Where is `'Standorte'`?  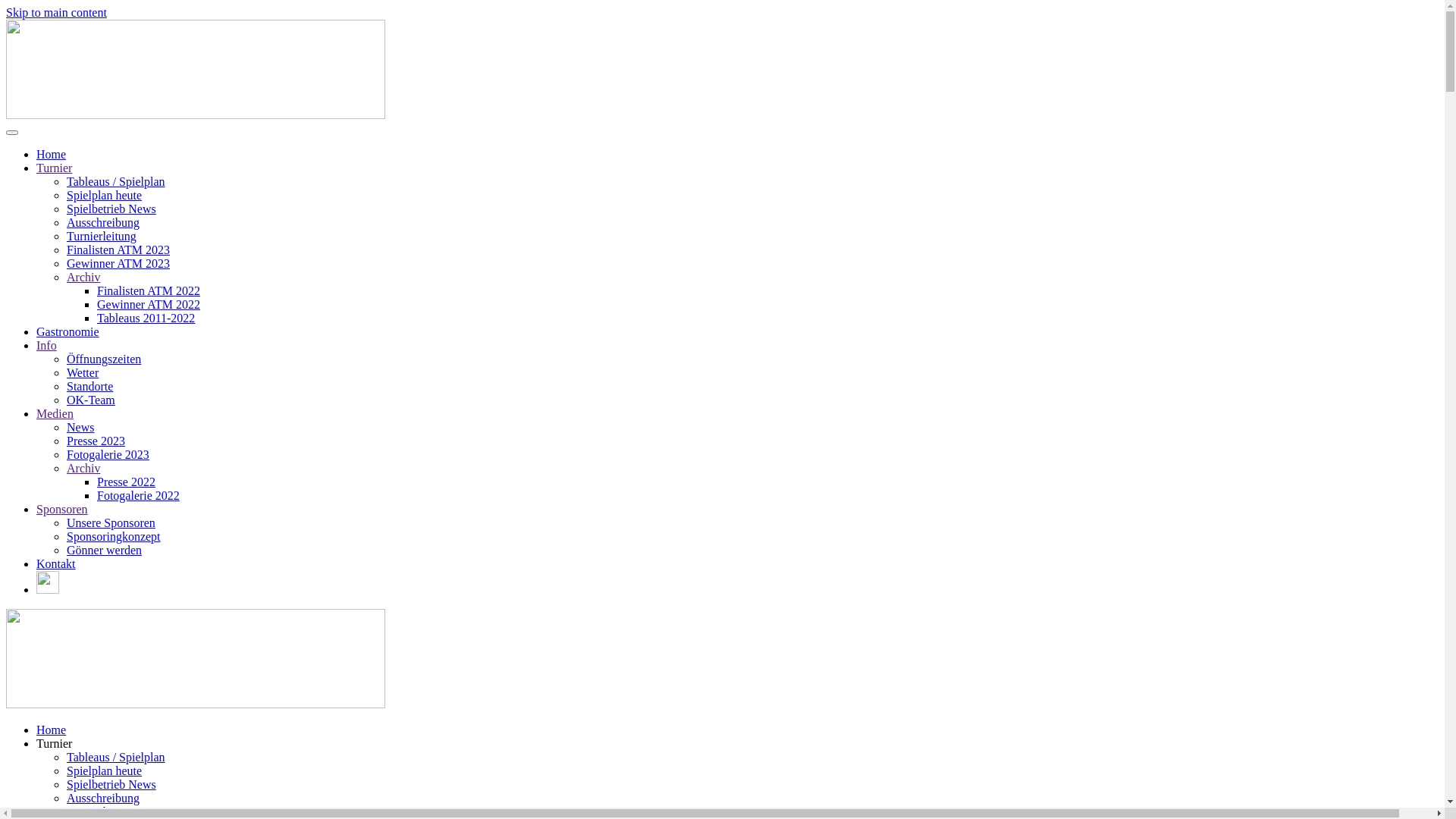 'Standorte' is located at coordinates (89, 385).